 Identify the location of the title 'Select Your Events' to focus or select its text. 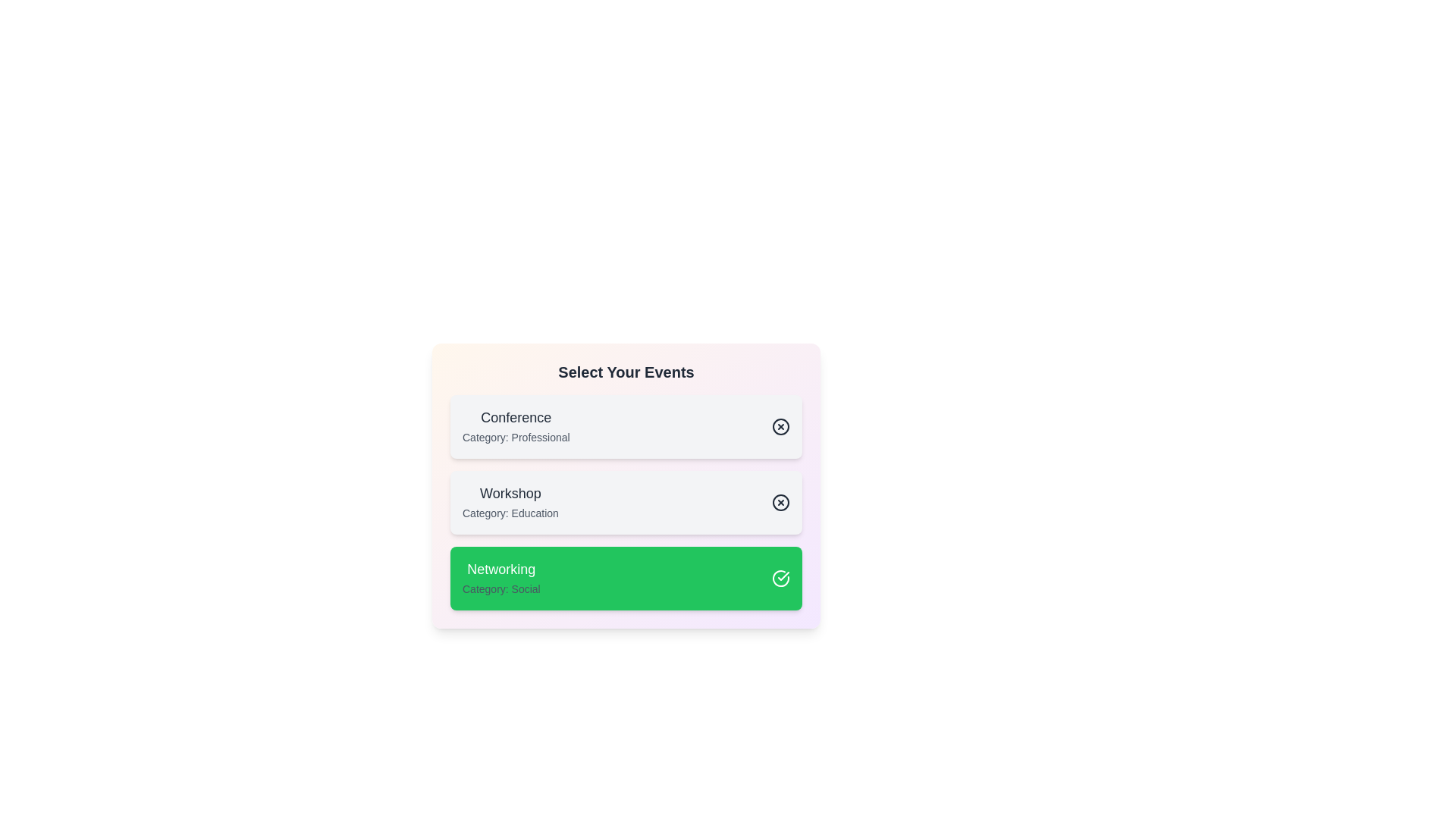
(626, 372).